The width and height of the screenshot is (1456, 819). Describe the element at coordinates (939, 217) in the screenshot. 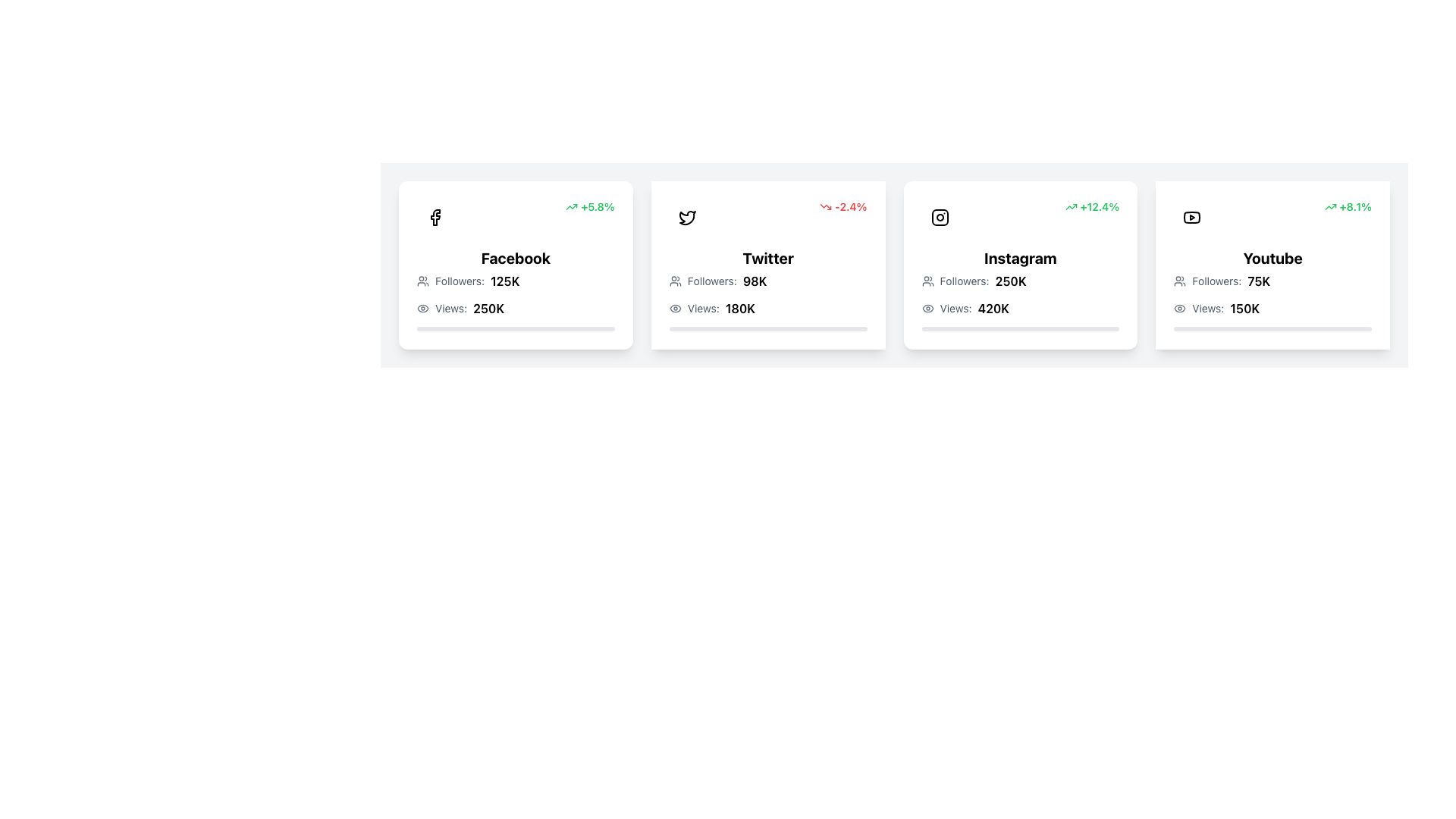

I see `the Instagram icon, which is styled with rounded edges and a camera-like shape, located within the third card labeled 'Instagram'` at that location.